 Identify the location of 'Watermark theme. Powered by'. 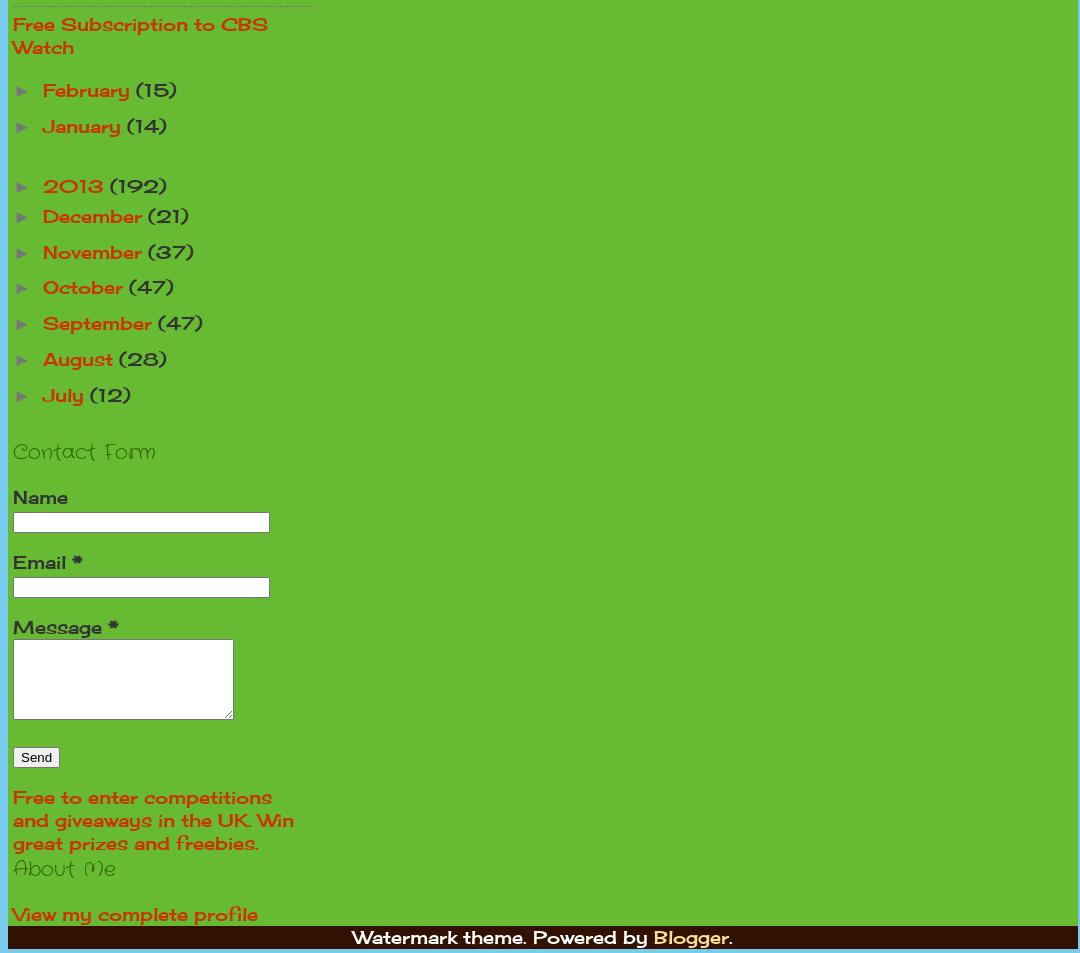
(502, 936).